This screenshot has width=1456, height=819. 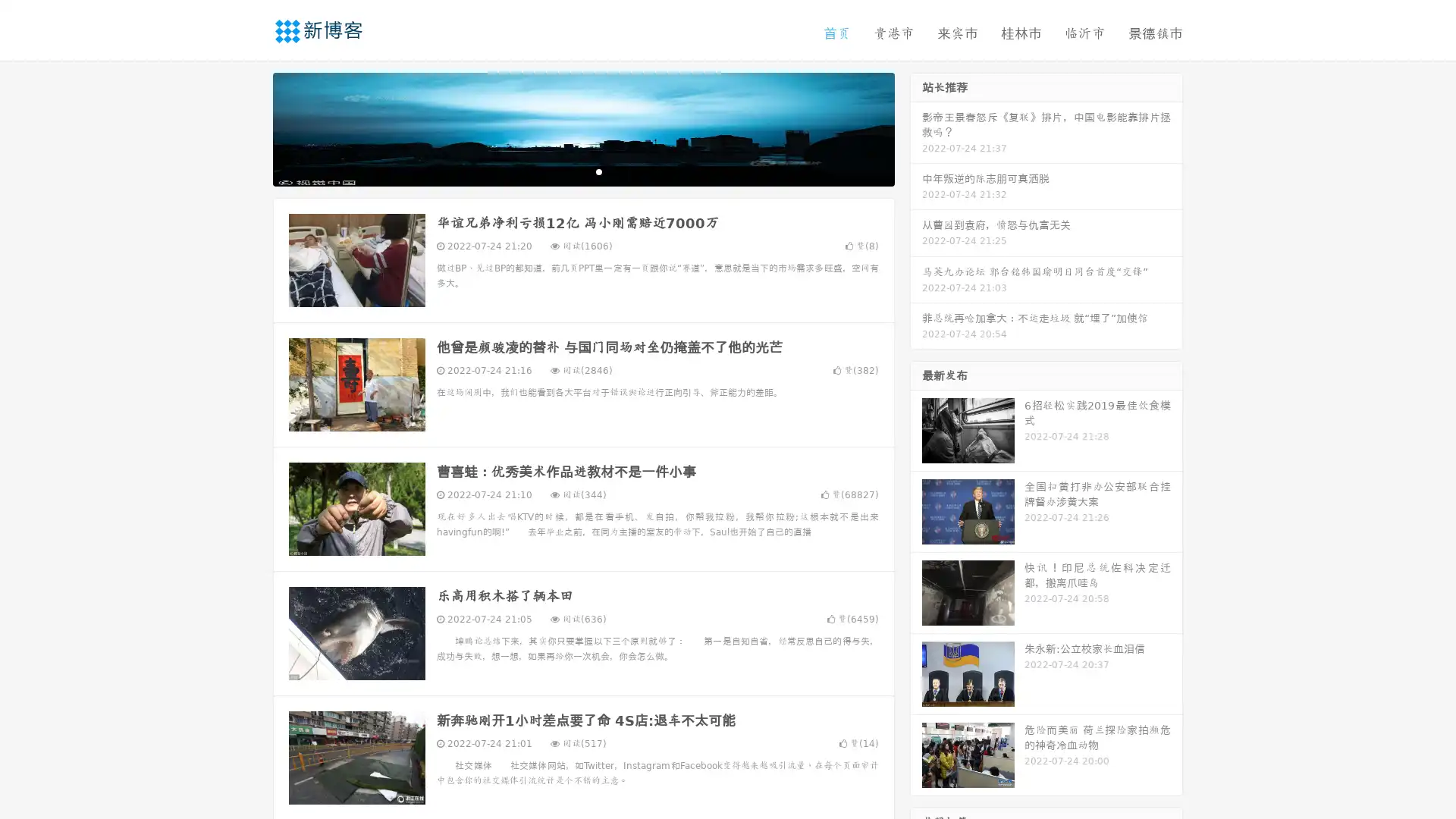 I want to click on Go to slide 3, so click(x=598, y=171).